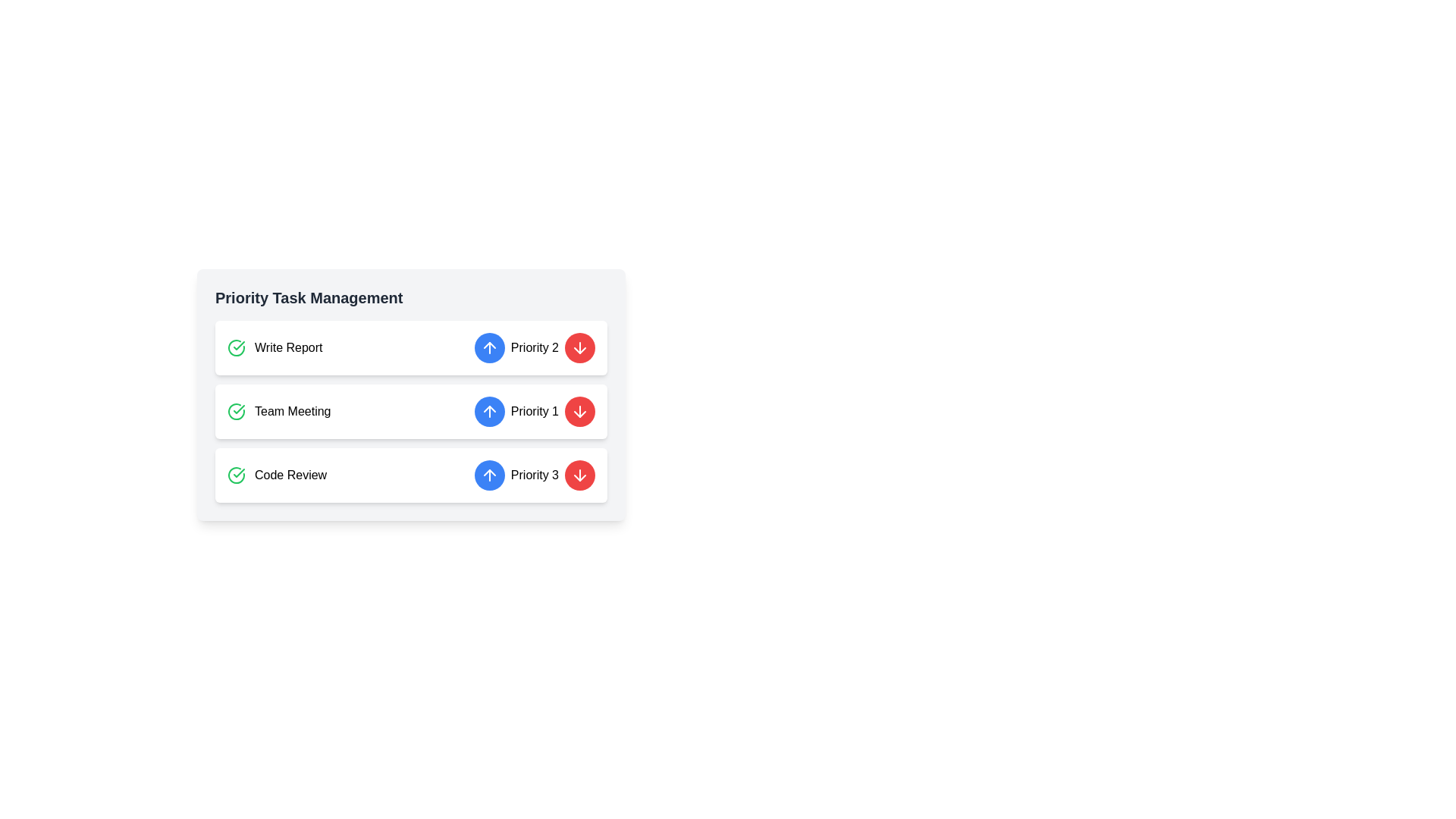 Image resolution: width=1456 pixels, height=819 pixels. What do you see at coordinates (489, 348) in the screenshot?
I see `the priority adjustment button for the 'Team Meeting' task` at bounding box center [489, 348].